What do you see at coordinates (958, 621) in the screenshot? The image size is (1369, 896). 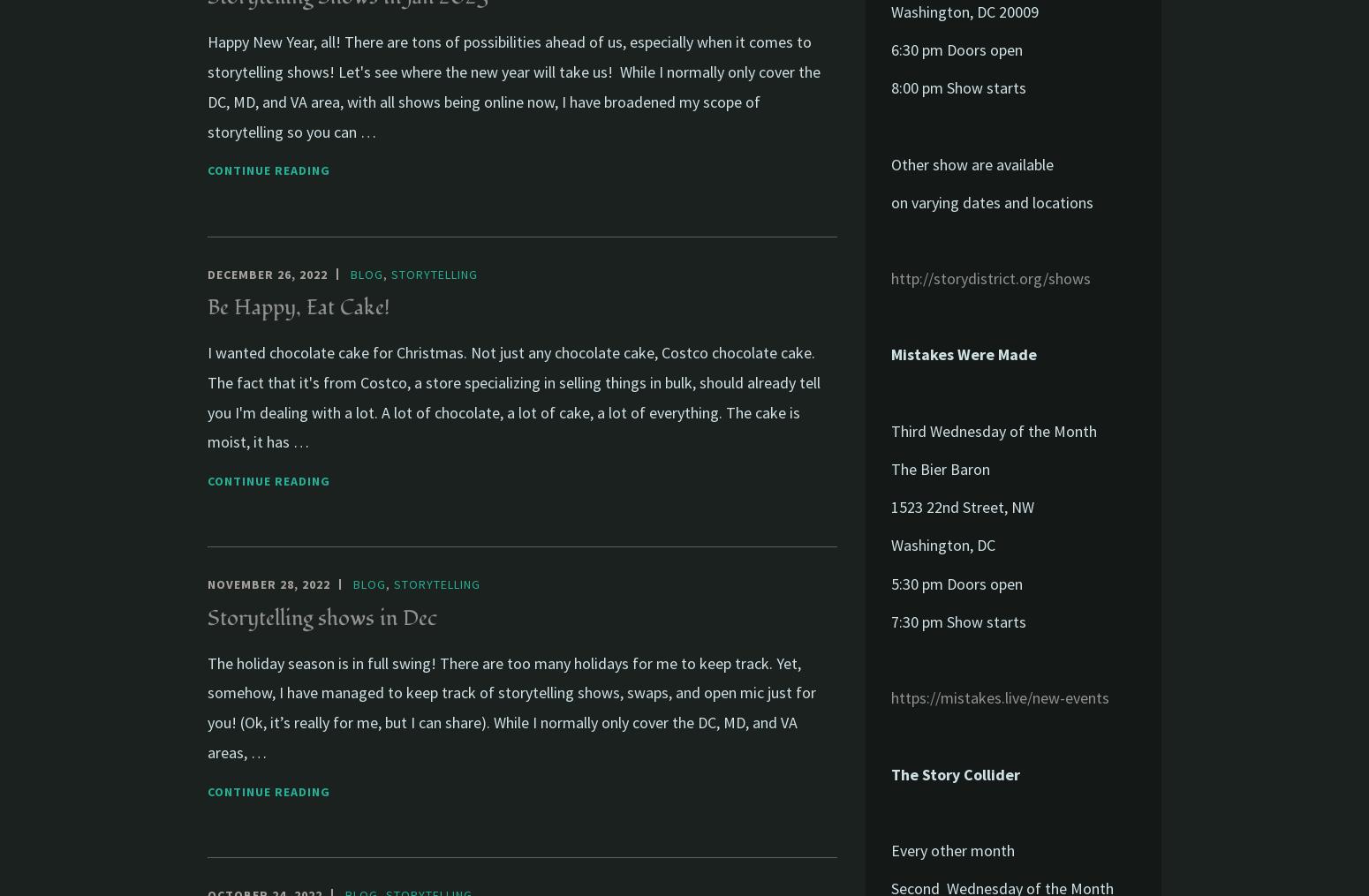 I see `'7:30 pm Show starts'` at bounding box center [958, 621].